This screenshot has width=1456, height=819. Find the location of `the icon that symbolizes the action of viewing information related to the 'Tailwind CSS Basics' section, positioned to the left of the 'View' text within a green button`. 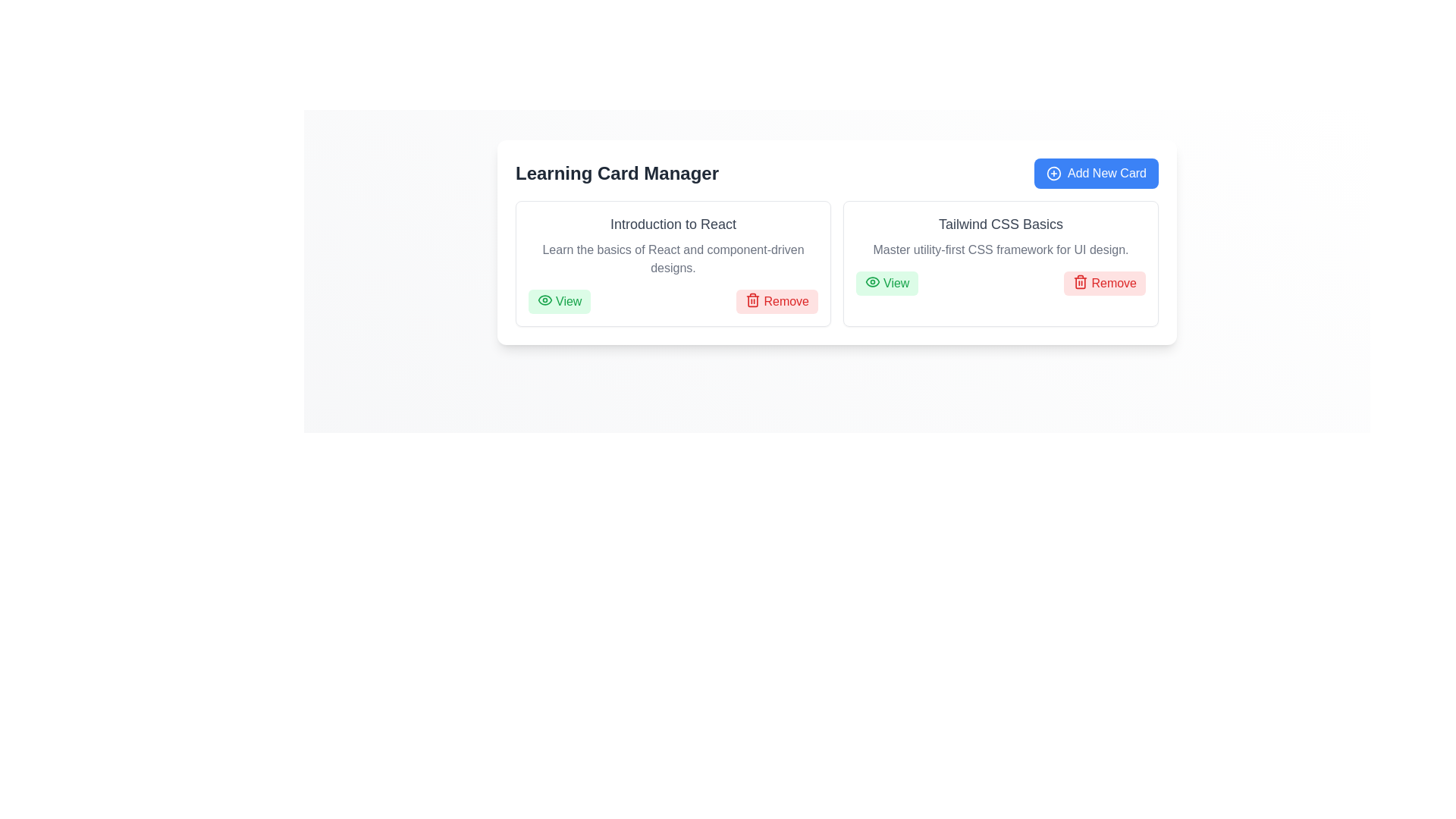

the icon that symbolizes the action of viewing information related to the 'Tailwind CSS Basics' section, positioned to the left of the 'View' text within a green button is located at coordinates (873, 281).